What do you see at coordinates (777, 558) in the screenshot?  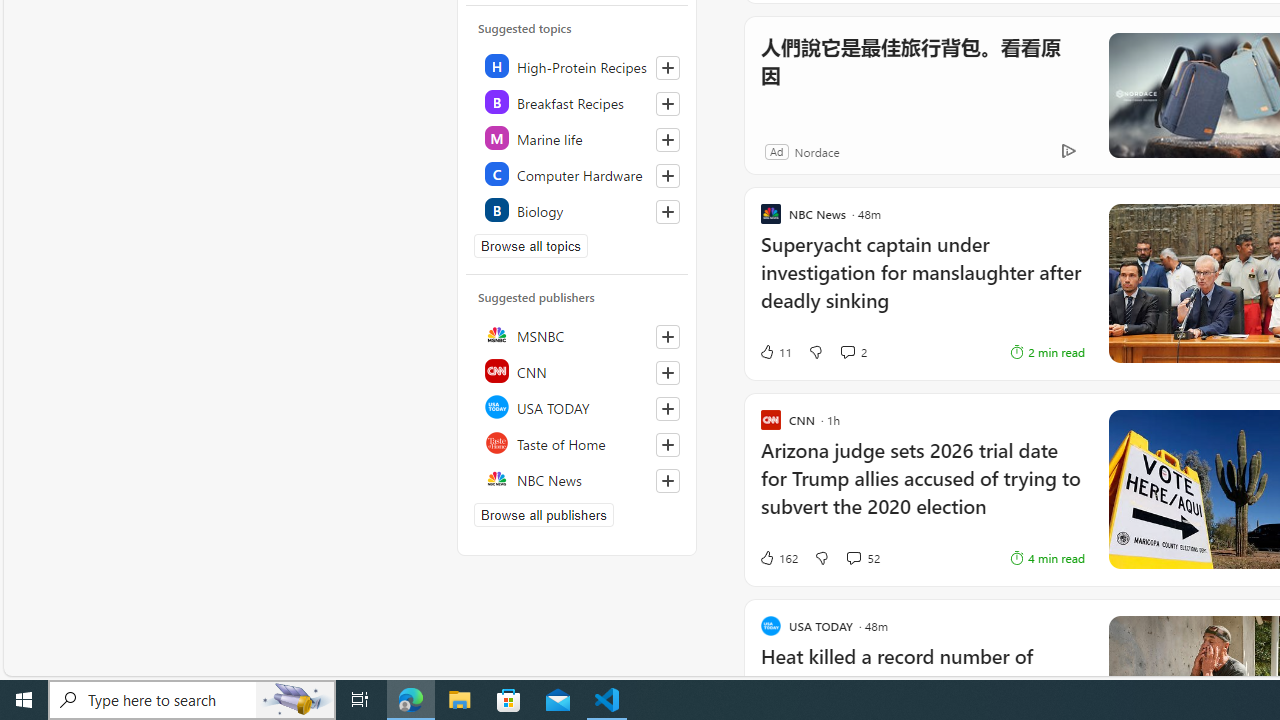 I see `'162 Like'` at bounding box center [777, 558].